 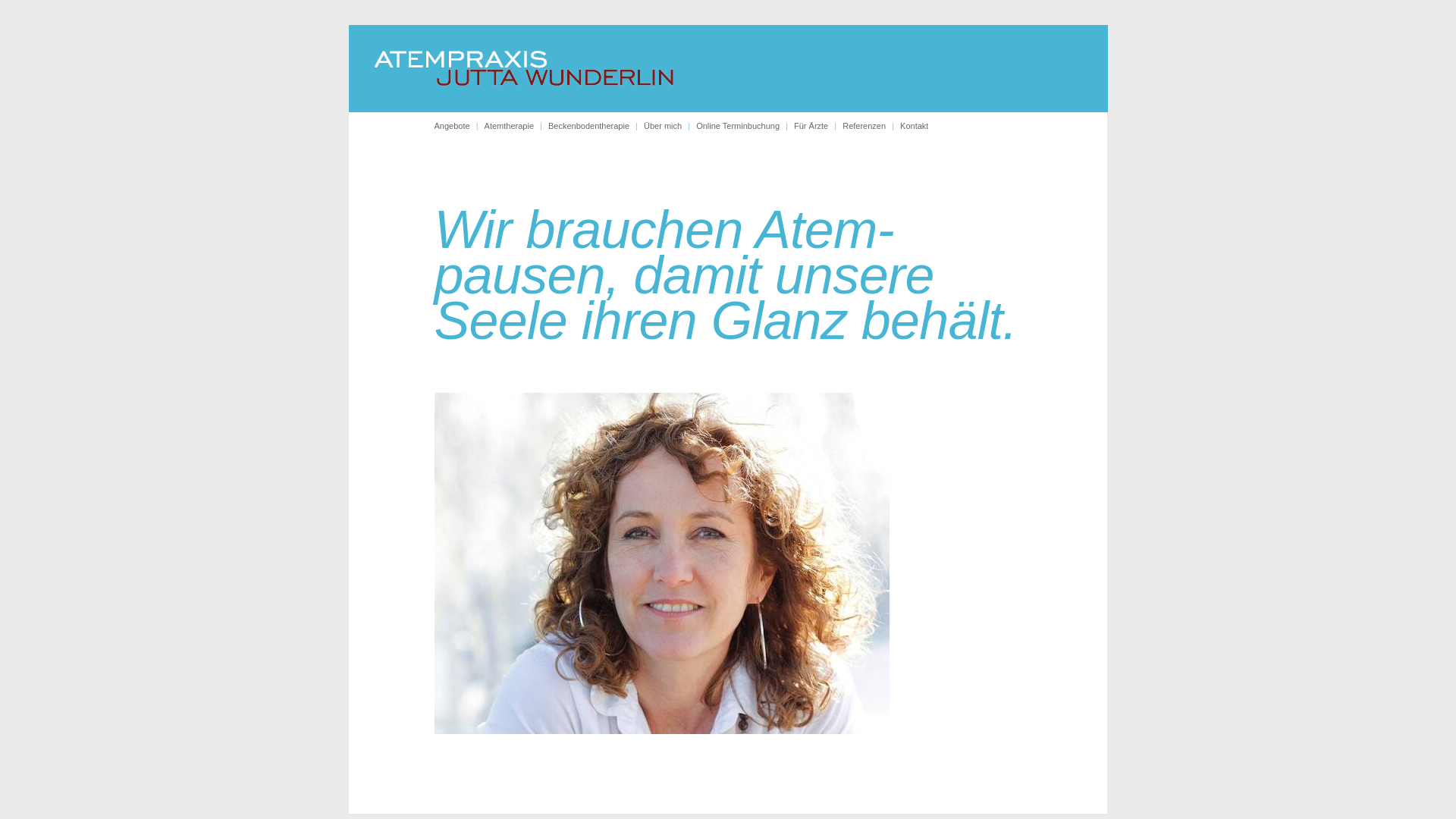 What do you see at coordinates (595, 124) in the screenshot?
I see `'Beckenbodentherapie | '` at bounding box center [595, 124].